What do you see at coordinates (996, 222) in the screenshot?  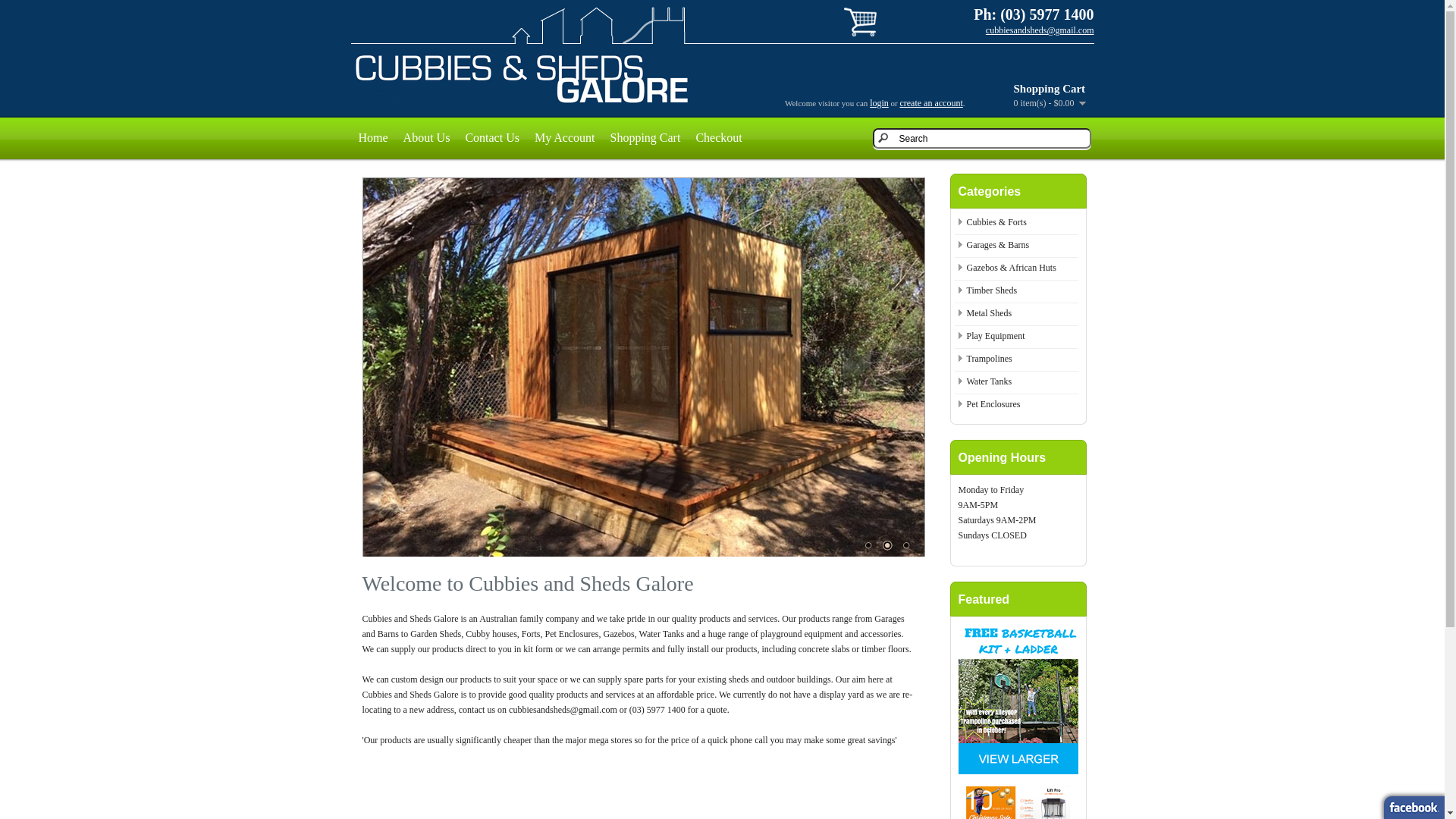 I see `'Cubbies & Forts'` at bounding box center [996, 222].